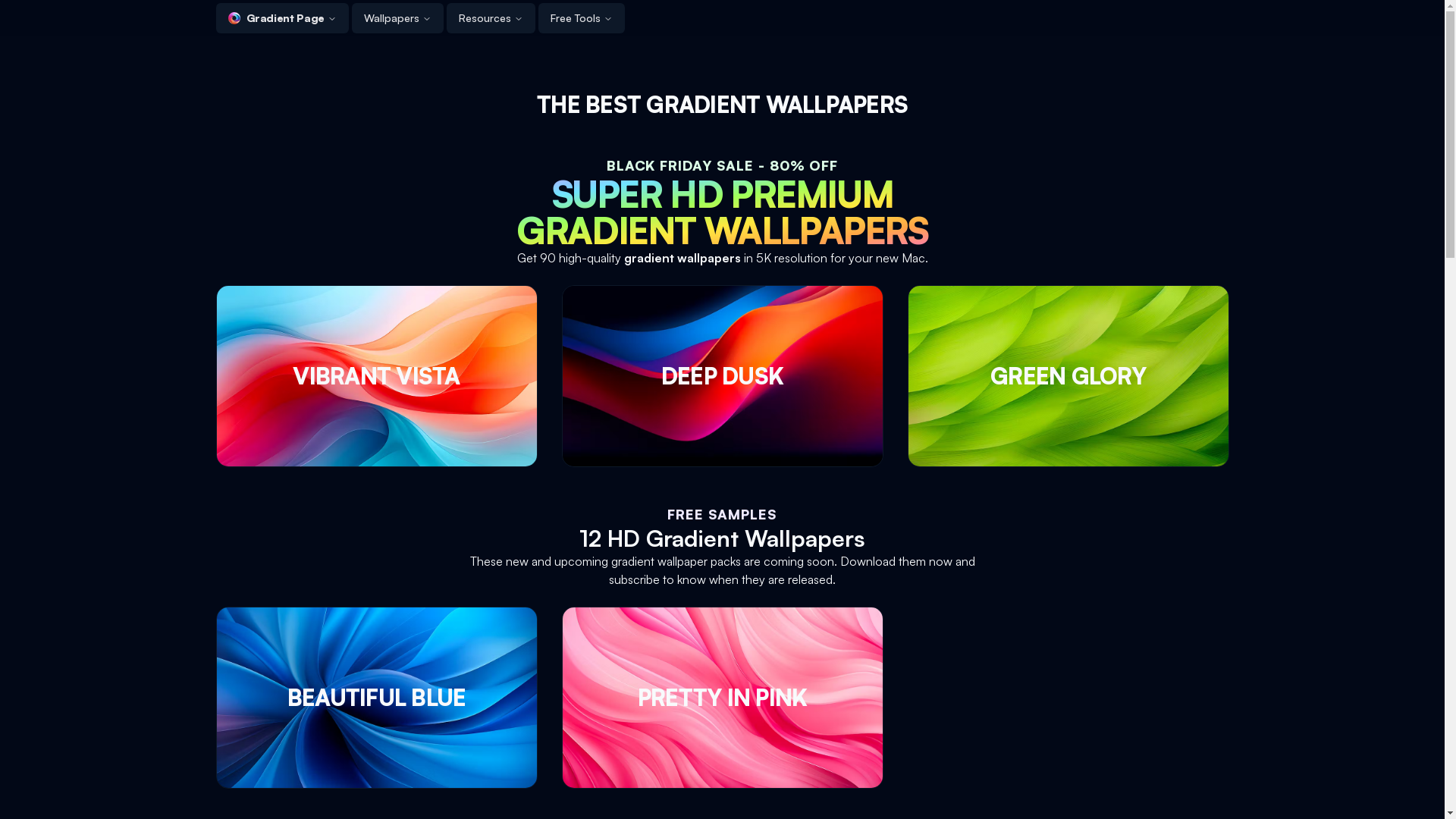 This screenshot has height=819, width=1456. I want to click on 'PRETTY IN PINK', so click(720, 698).